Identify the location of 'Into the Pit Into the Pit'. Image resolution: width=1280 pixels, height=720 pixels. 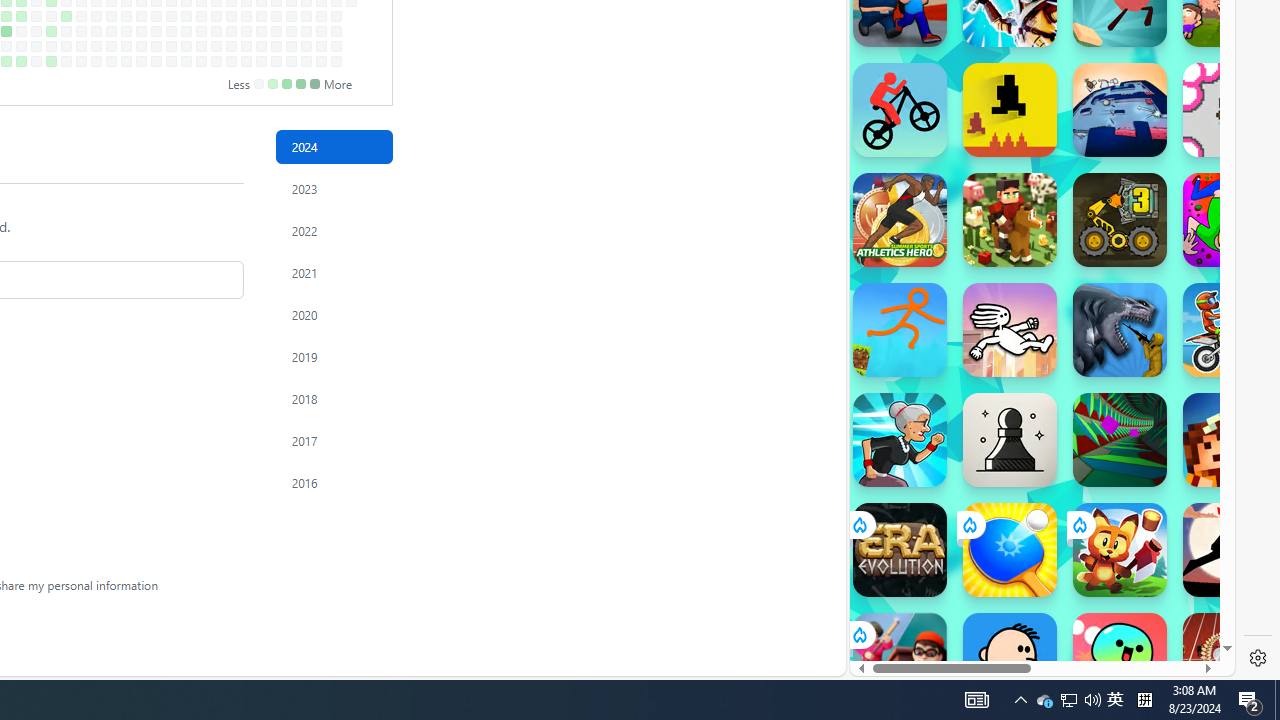
(1229, 110).